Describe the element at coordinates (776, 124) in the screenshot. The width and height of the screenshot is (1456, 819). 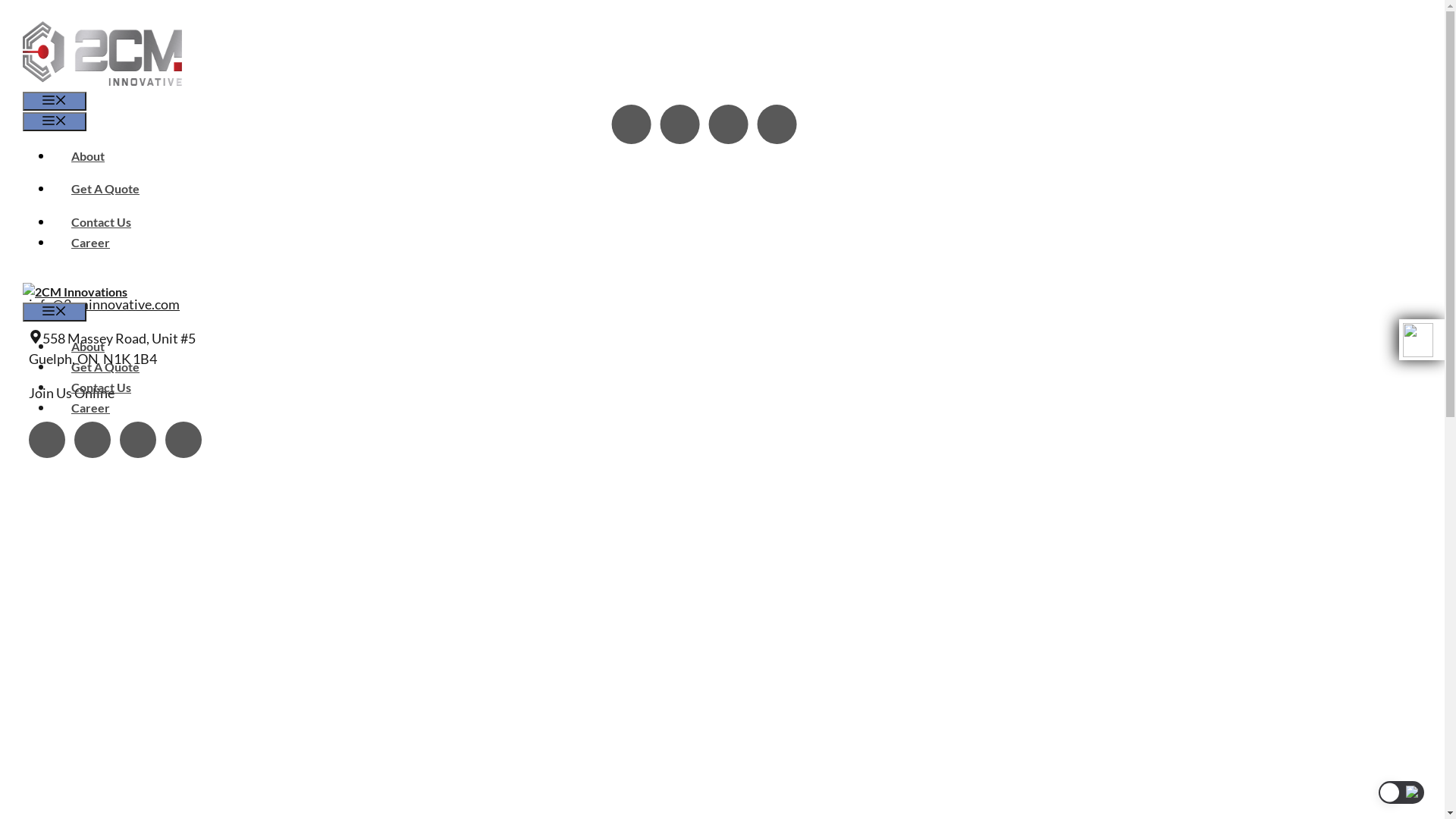
I see `'LinkedIn'` at that location.